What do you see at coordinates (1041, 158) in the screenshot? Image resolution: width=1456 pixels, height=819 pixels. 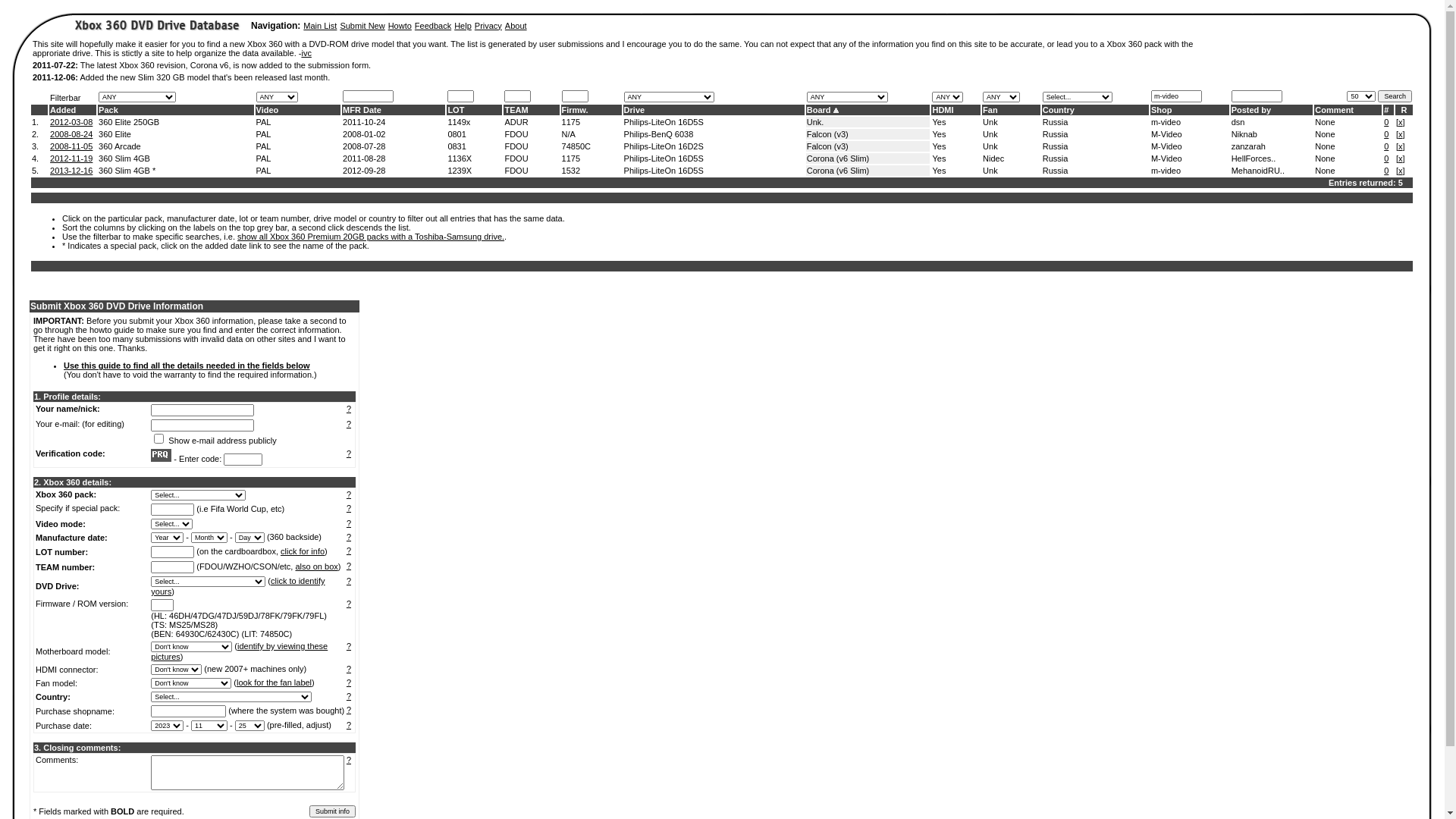 I see `'Russia'` at bounding box center [1041, 158].